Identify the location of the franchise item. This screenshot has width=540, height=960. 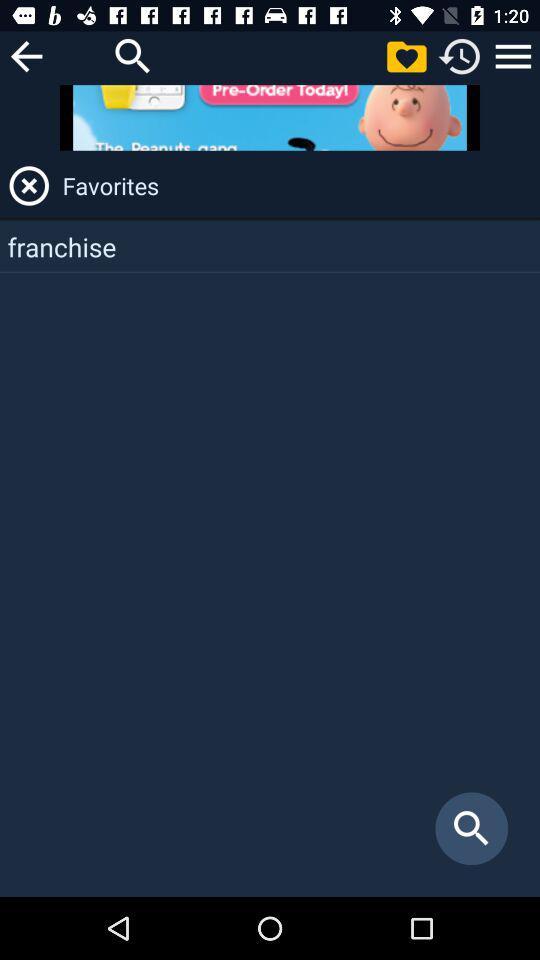
(270, 245).